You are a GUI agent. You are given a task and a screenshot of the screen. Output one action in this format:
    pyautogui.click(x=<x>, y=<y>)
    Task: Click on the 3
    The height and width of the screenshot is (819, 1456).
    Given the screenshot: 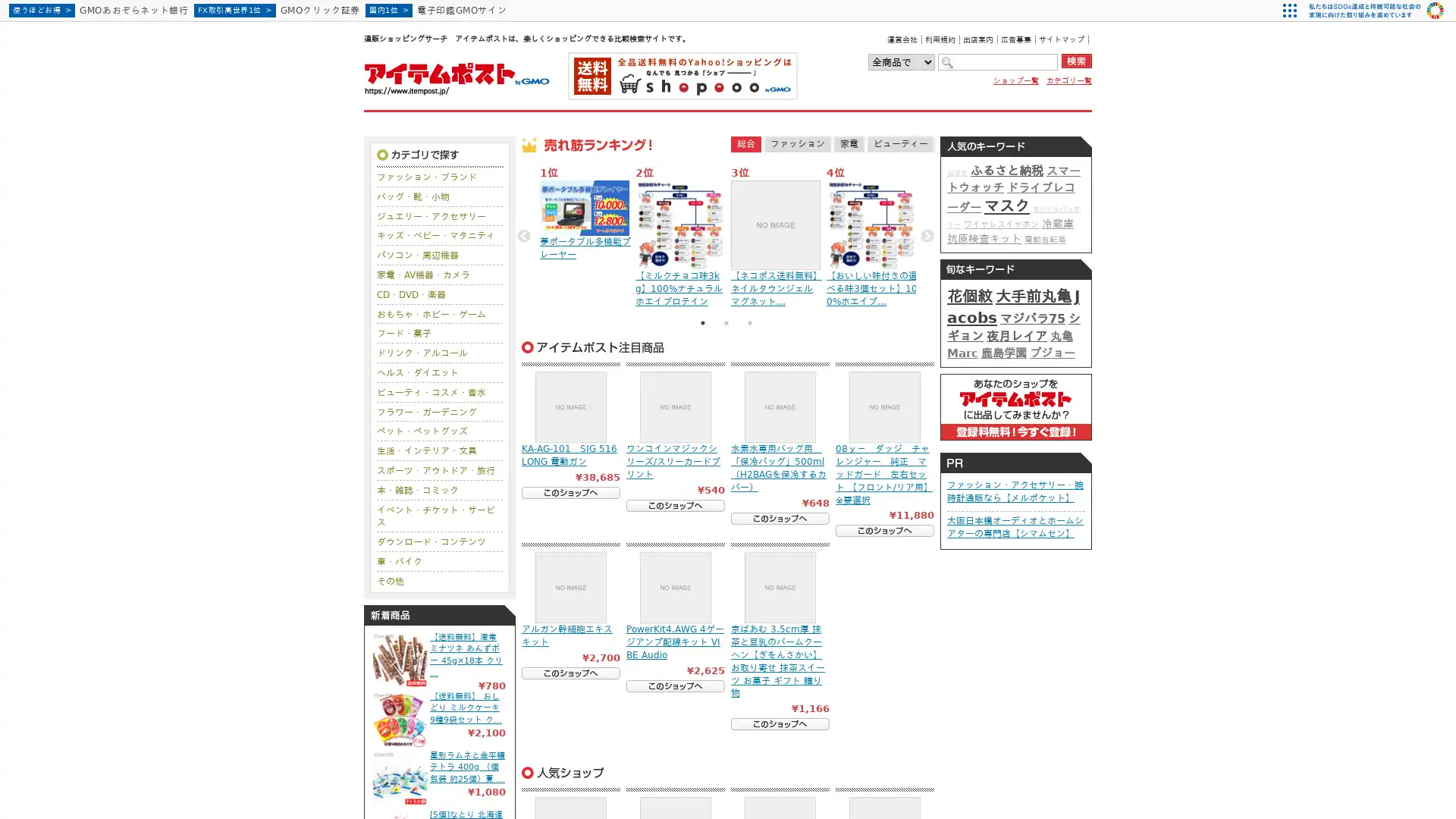 What is the action you would take?
    pyautogui.click(x=749, y=322)
    